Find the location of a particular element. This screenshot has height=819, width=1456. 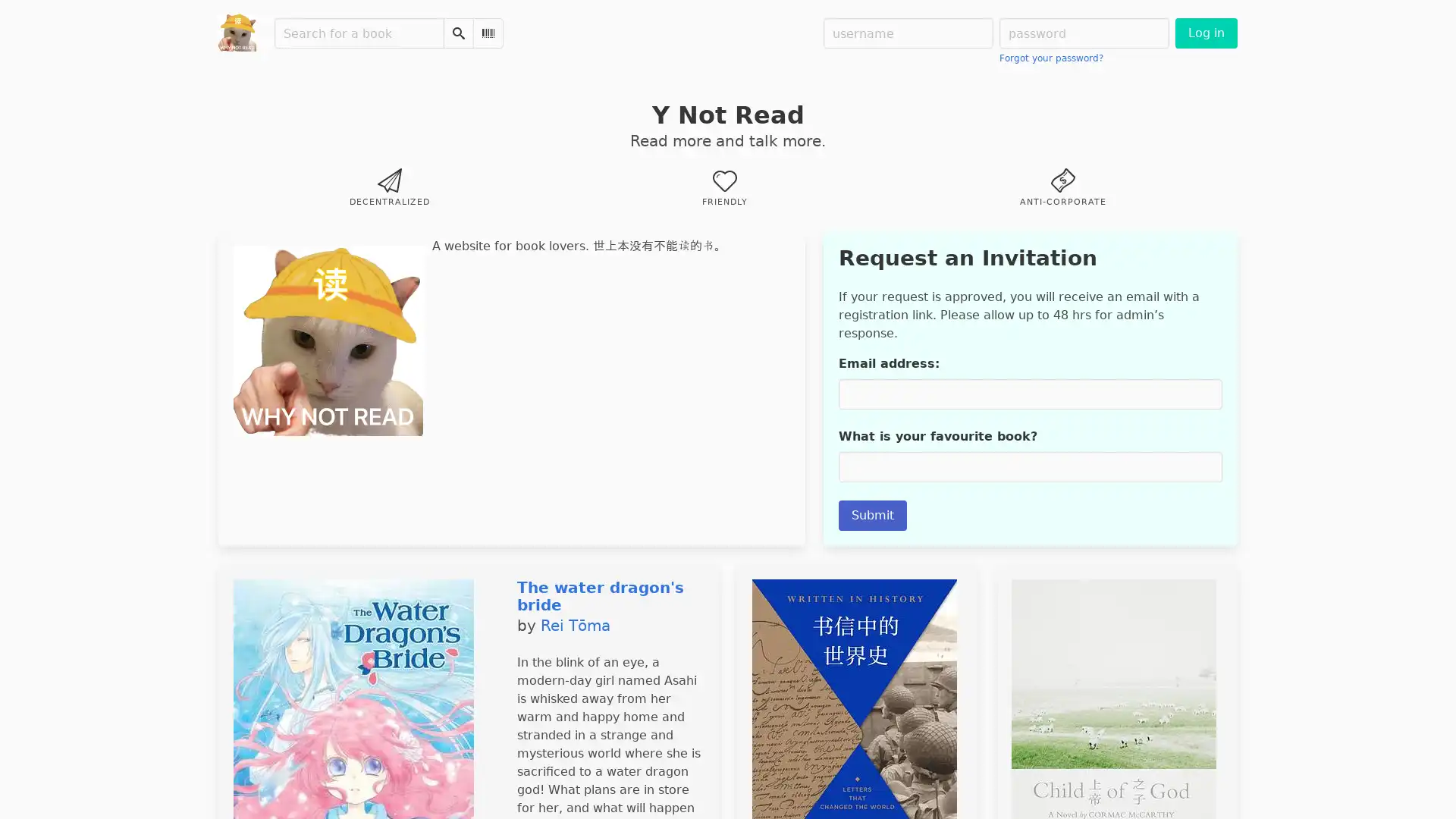

Submit is located at coordinates (872, 514).